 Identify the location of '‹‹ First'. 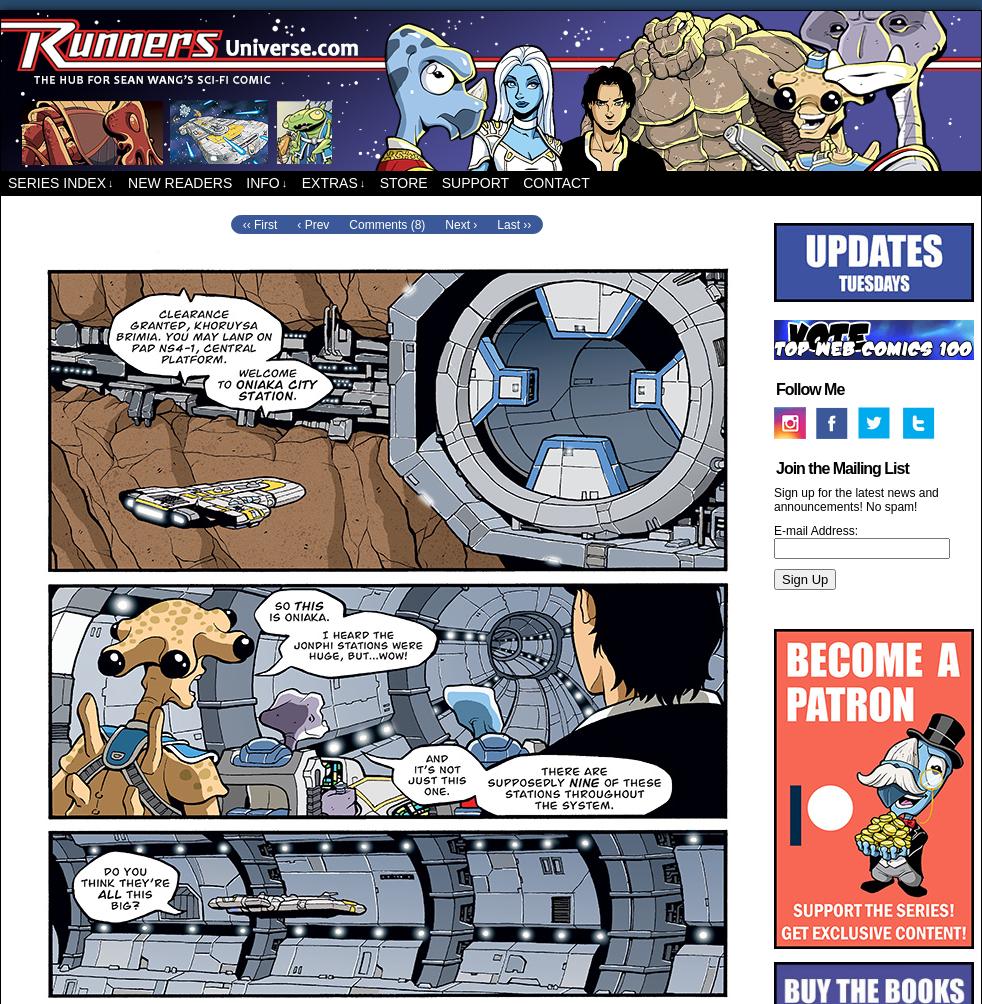
(259, 222).